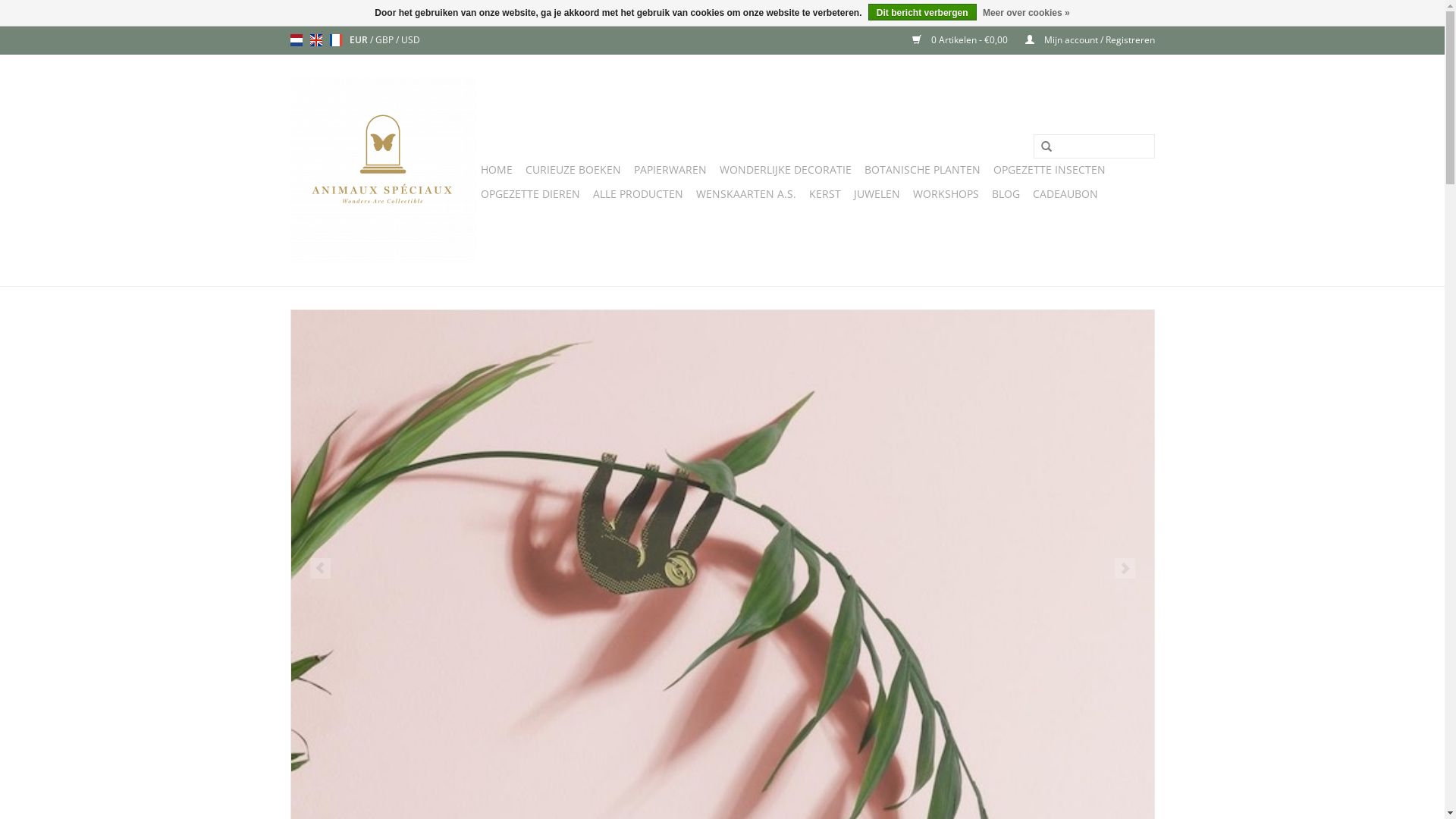 This screenshot has height=819, width=1456. Describe the element at coordinates (803, 193) in the screenshot. I see `'KERST'` at that location.